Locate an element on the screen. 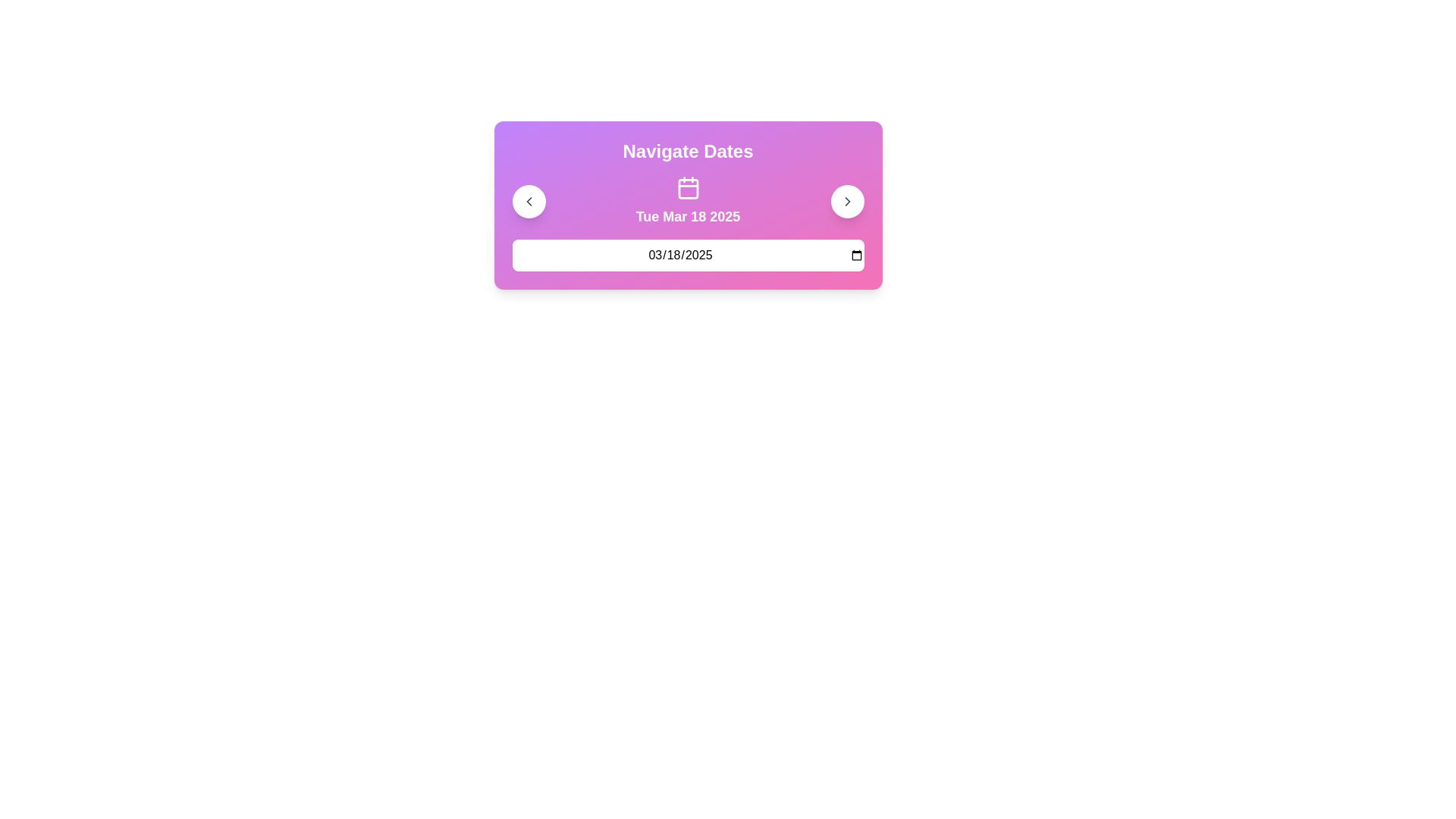 Image resolution: width=1456 pixels, height=819 pixels. the button located at the upper-right side of the date navigation component is located at coordinates (846, 201).